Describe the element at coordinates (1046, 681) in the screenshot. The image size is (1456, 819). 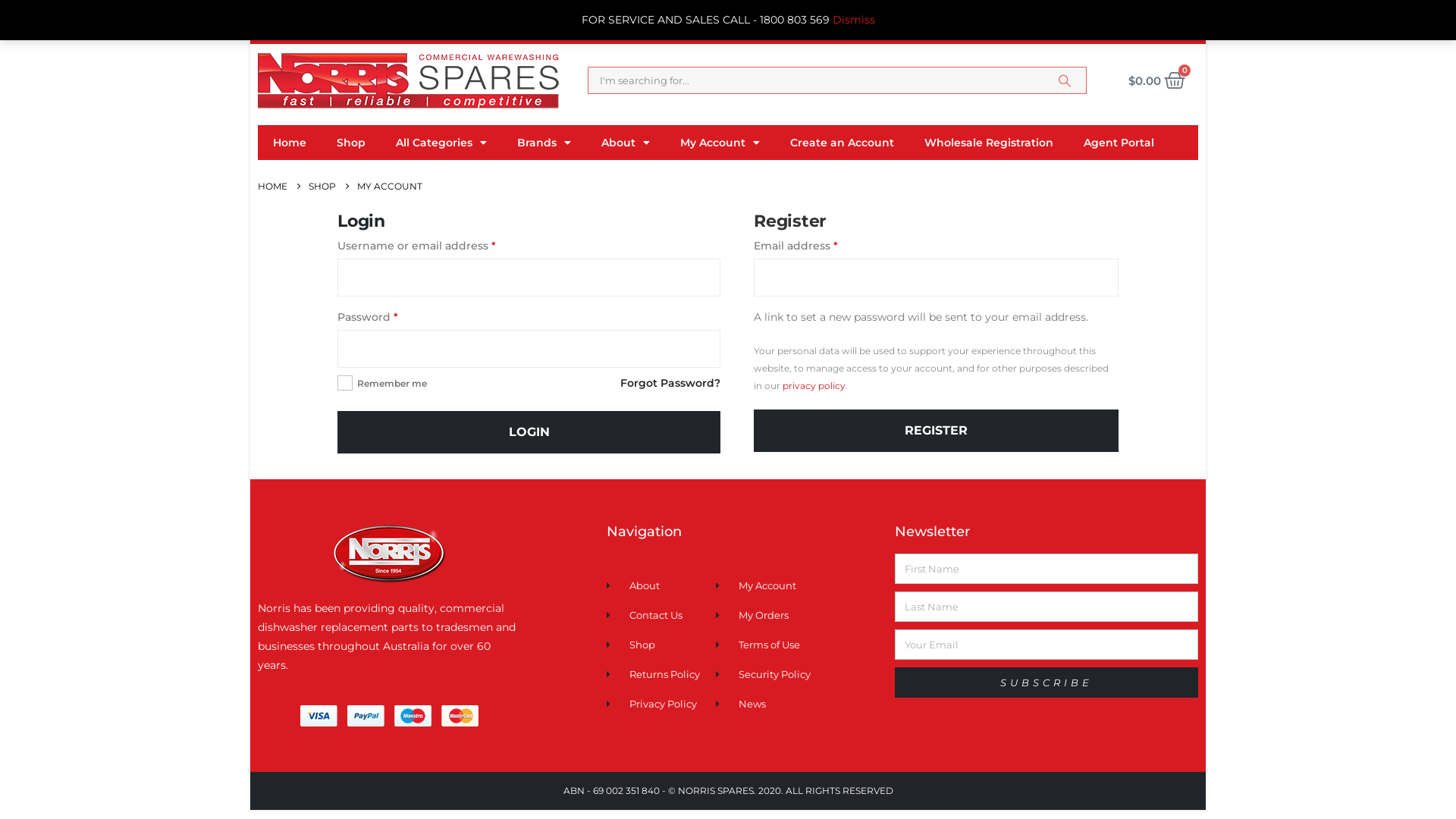
I see `'SUBSCRIBE'` at that location.